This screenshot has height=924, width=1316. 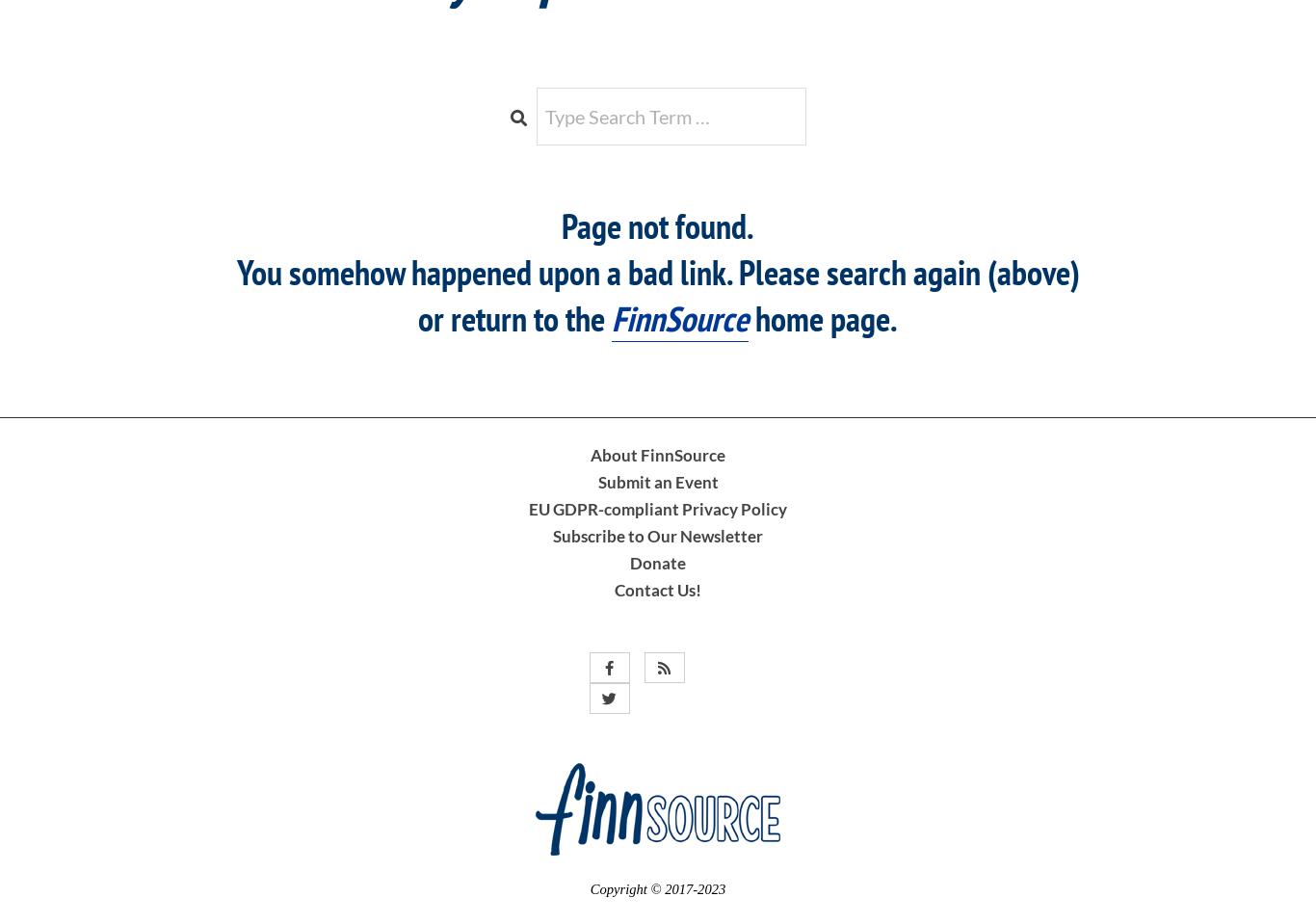 What do you see at coordinates (658, 508) in the screenshot?
I see `'EU GDPR-compliant Privacy Policy'` at bounding box center [658, 508].